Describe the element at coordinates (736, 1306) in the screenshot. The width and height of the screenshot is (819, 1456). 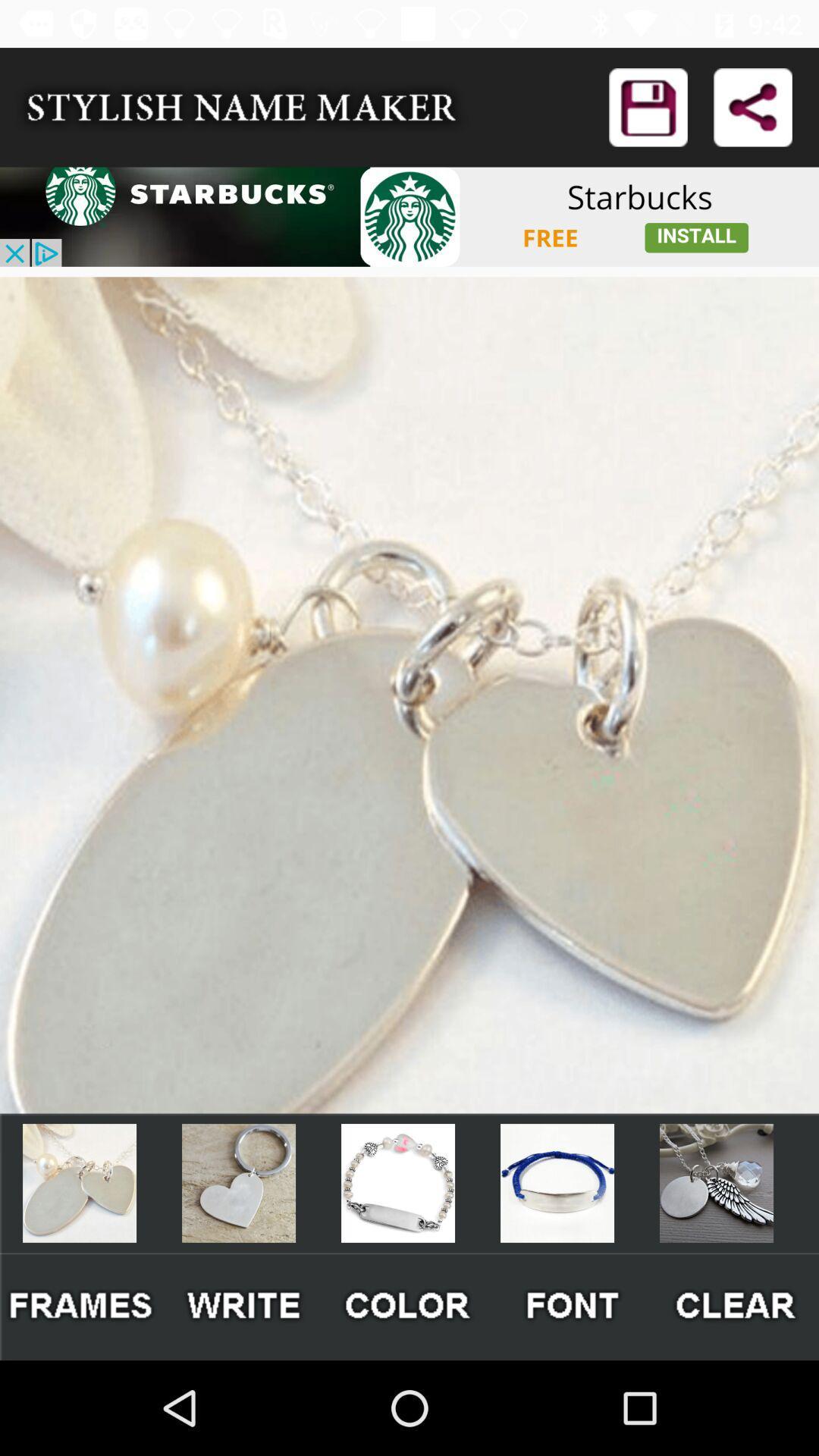
I see `clear style` at that location.